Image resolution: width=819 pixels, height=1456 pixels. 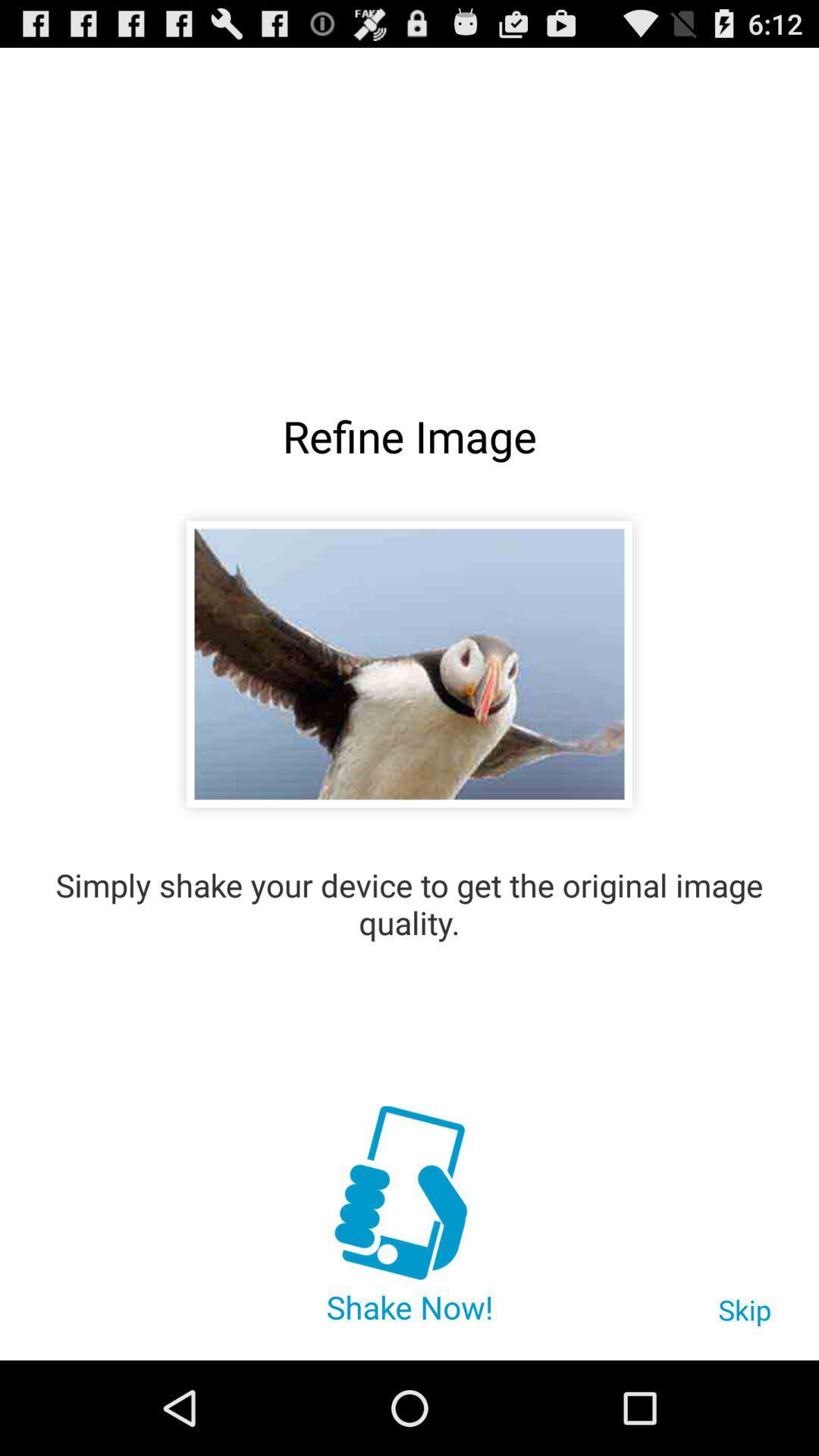 What do you see at coordinates (744, 1316) in the screenshot?
I see `the skip button` at bounding box center [744, 1316].